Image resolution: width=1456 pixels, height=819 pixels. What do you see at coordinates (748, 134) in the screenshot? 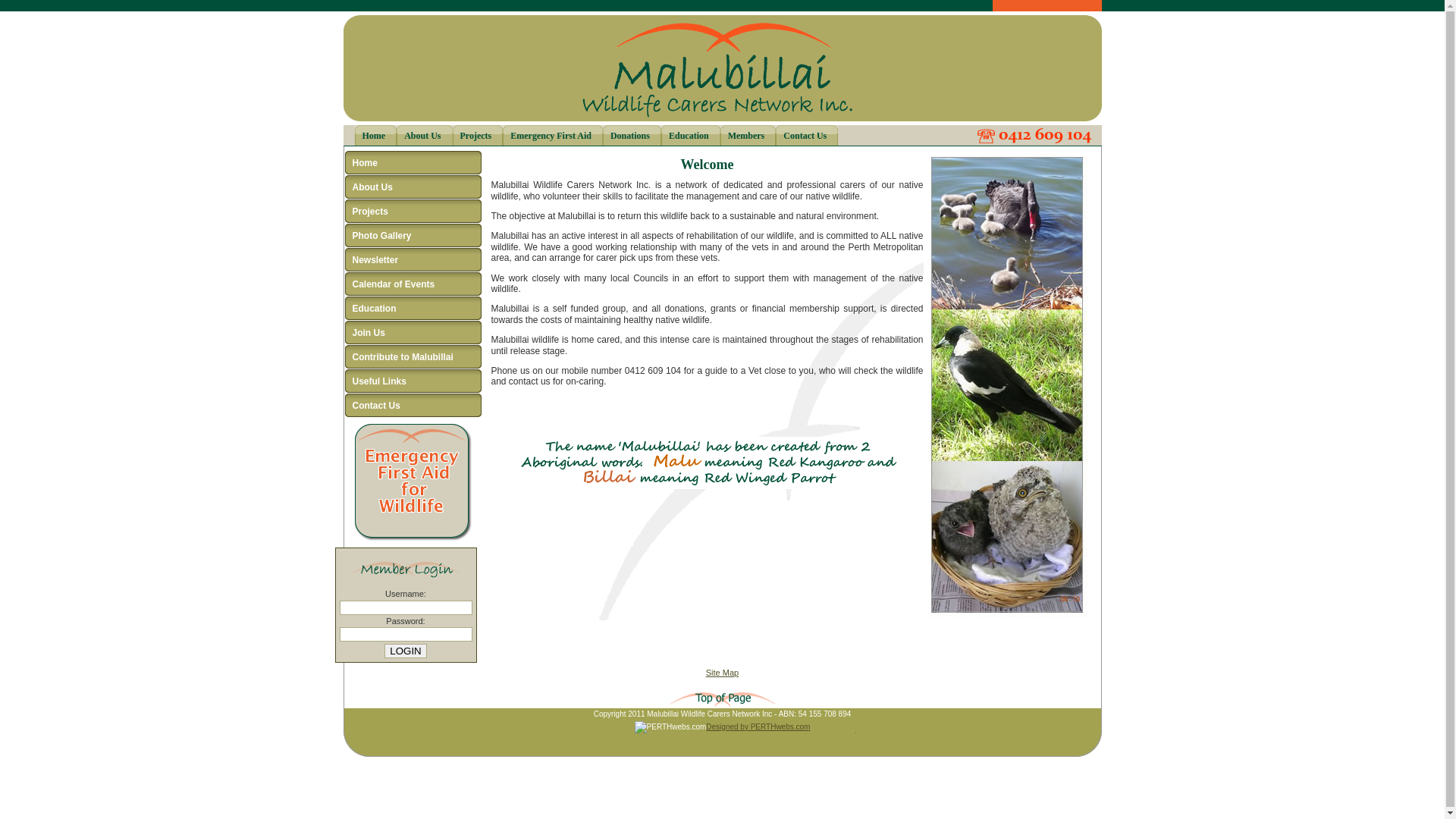
I see `'Members'` at bounding box center [748, 134].